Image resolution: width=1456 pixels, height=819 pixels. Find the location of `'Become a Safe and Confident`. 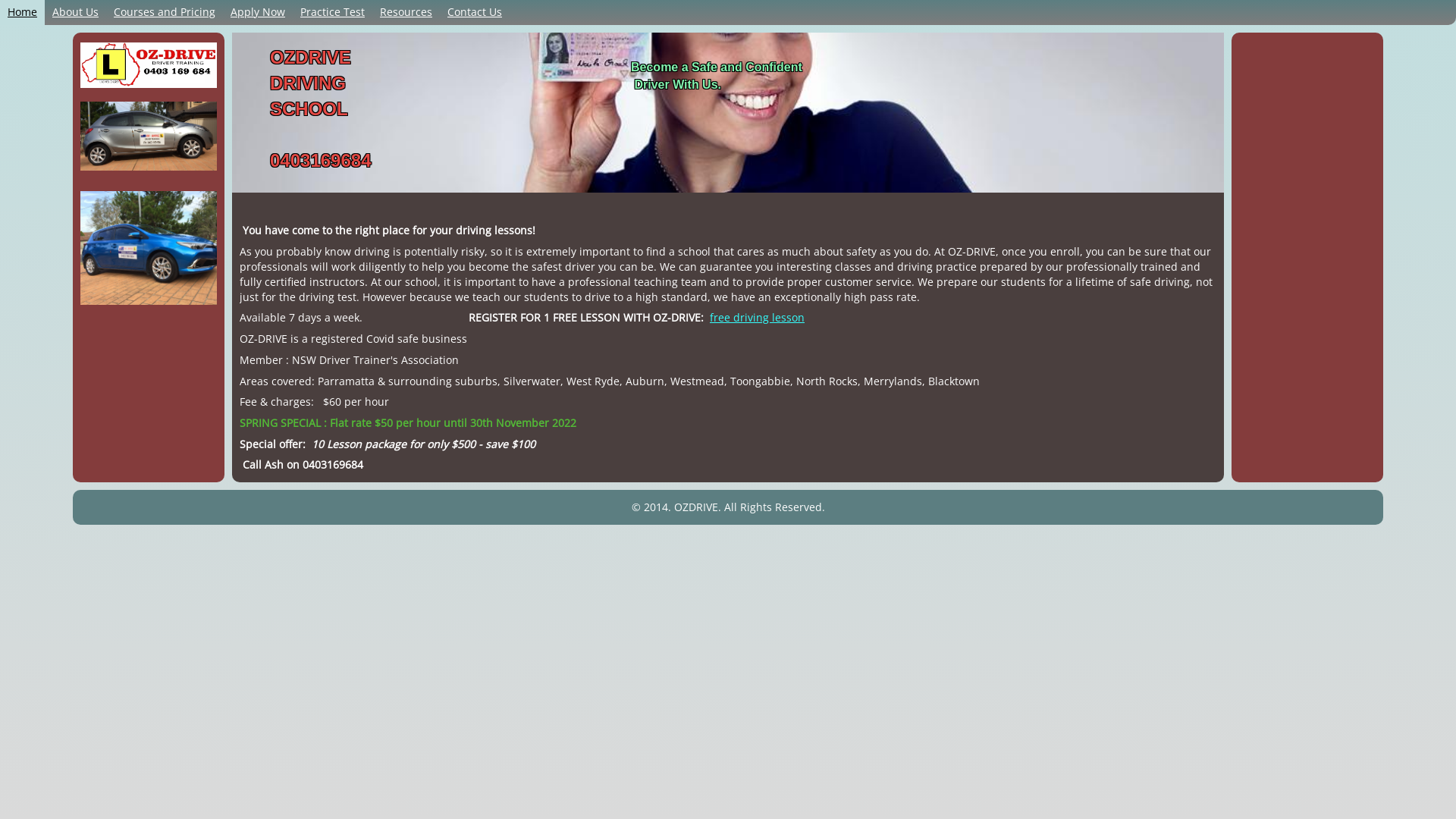

'Become a Safe and Confident is located at coordinates (716, 76).